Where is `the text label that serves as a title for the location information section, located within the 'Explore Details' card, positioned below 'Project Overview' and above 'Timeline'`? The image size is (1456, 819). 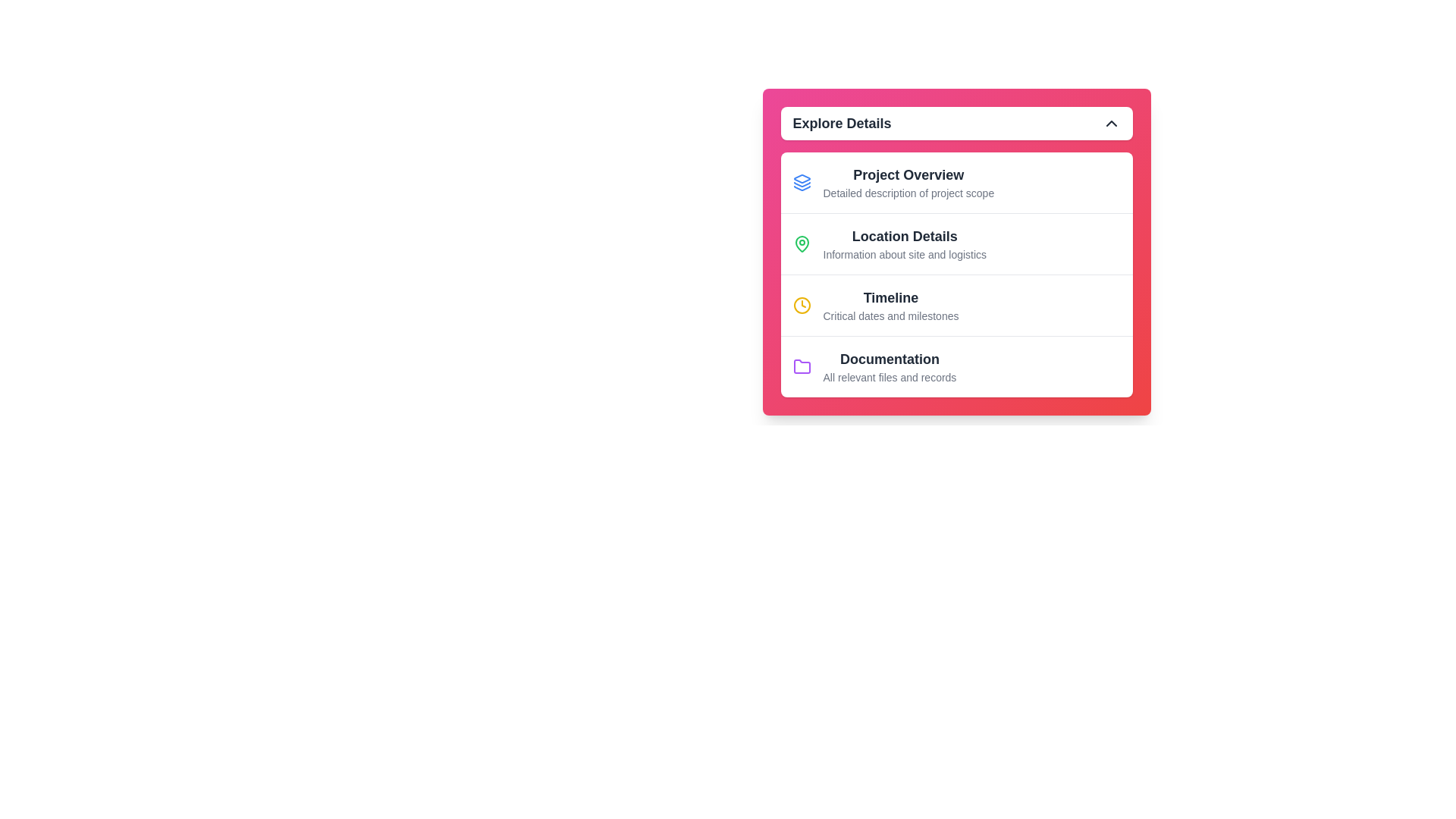
the text label that serves as a title for the location information section, located within the 'Explore Details' card, positioned below 'Project Overview' and above 'Timeline' is located at coordinates (905, 237).